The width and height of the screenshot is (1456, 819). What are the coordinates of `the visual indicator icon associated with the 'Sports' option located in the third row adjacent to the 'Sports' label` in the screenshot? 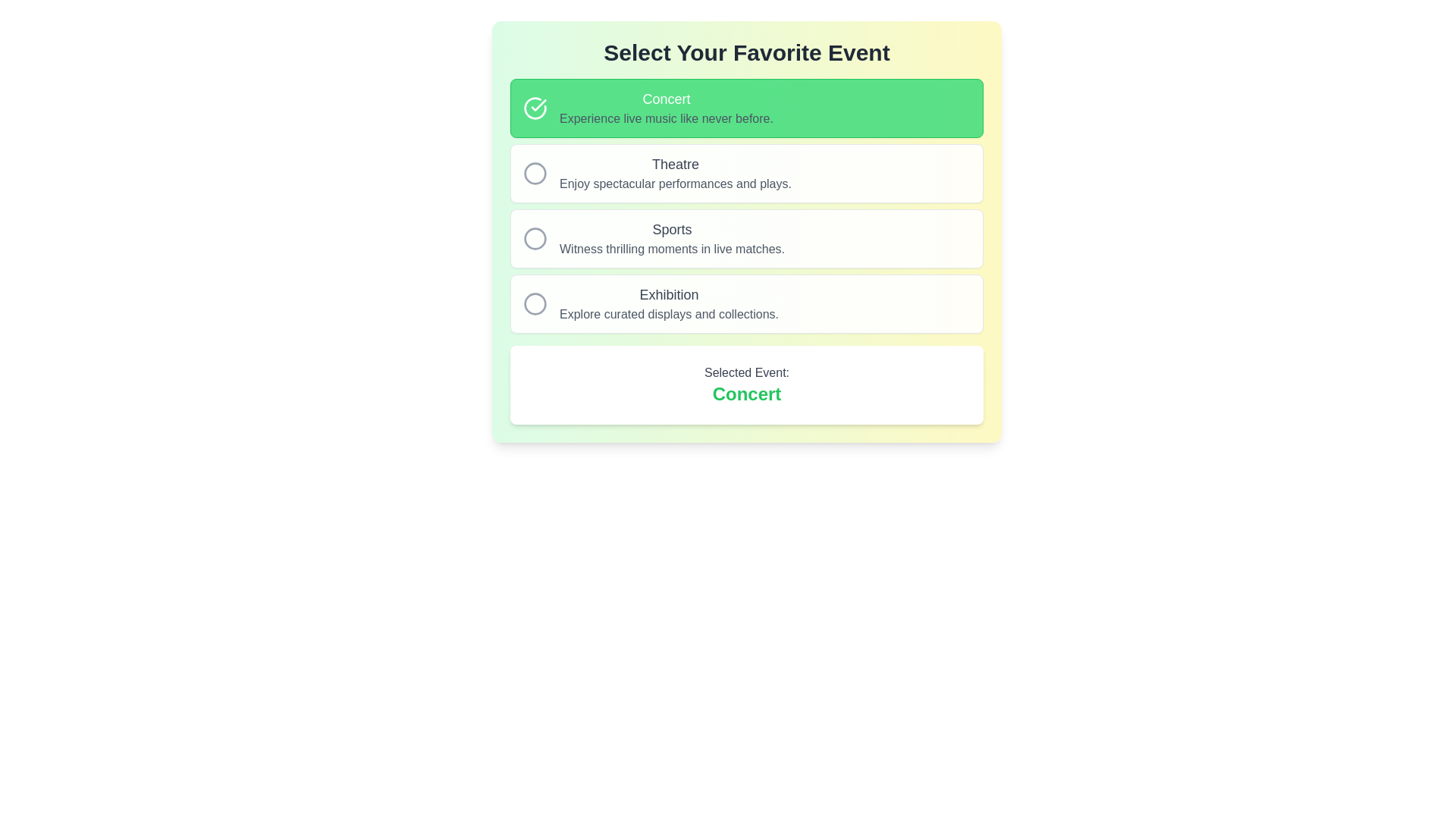 It's located at (535, 239).